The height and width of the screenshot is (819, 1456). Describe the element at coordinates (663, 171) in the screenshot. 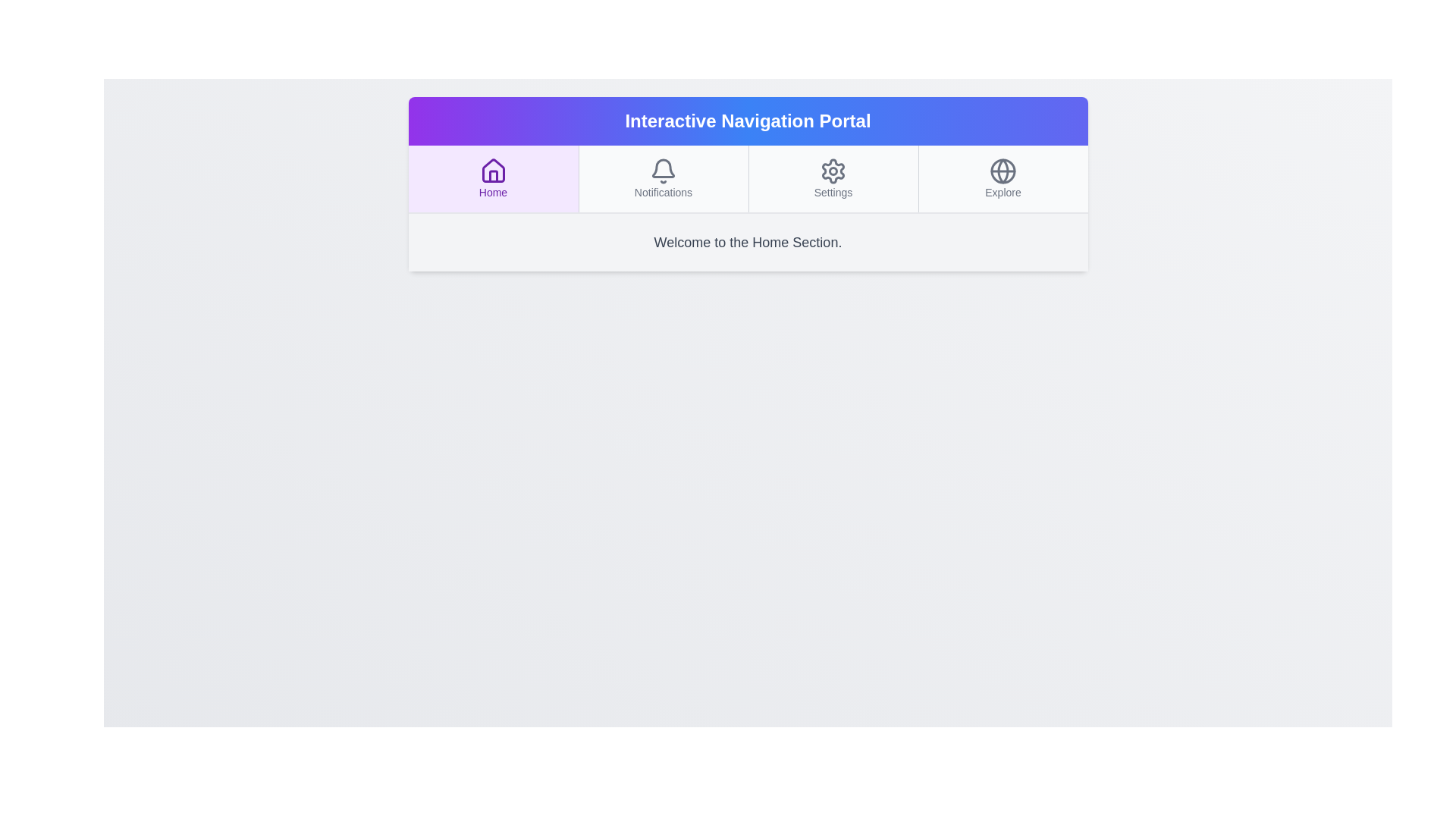

I see `the 'Notifications' icon` at that location.